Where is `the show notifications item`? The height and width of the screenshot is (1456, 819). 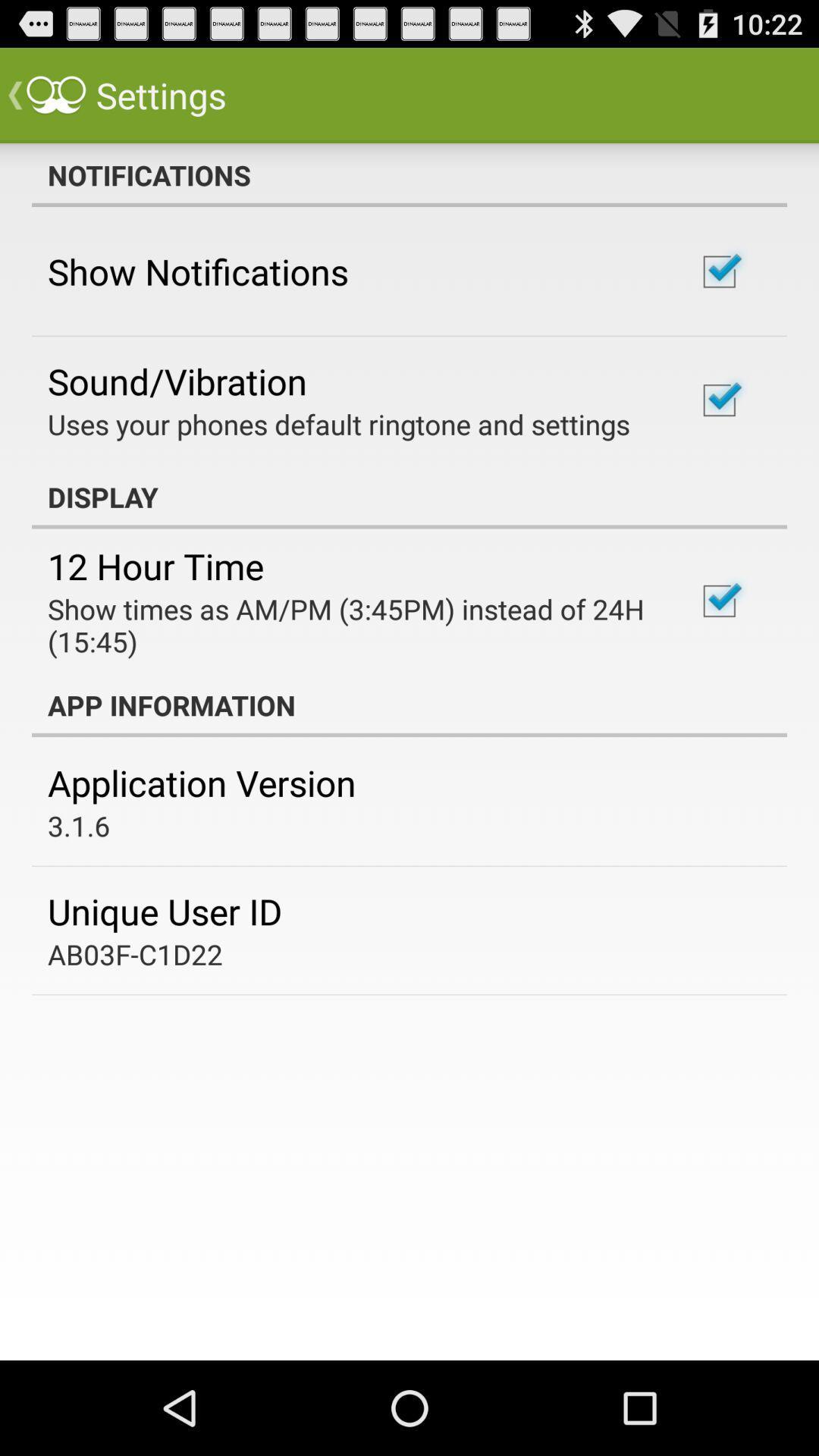
the show notifications item is located at coordinates (197, 271).